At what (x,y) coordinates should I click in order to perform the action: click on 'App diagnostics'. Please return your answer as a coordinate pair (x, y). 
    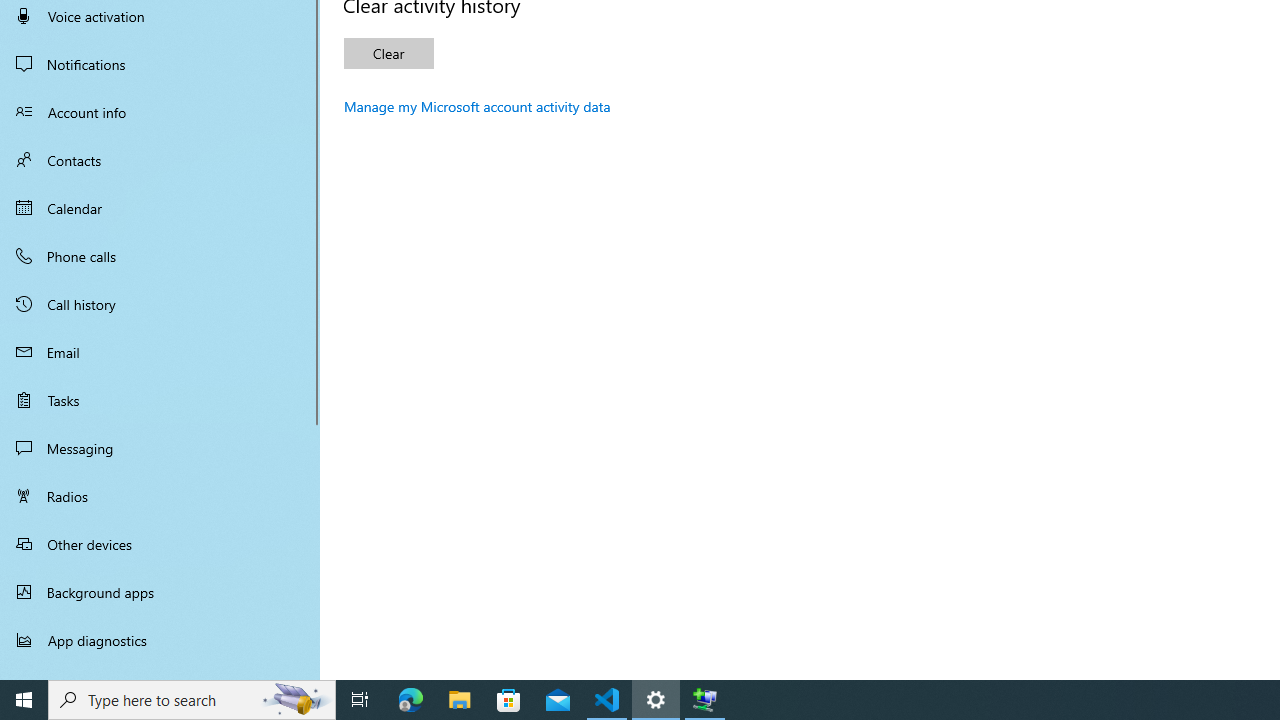
    Looking at the image, I should click on (160, 640).